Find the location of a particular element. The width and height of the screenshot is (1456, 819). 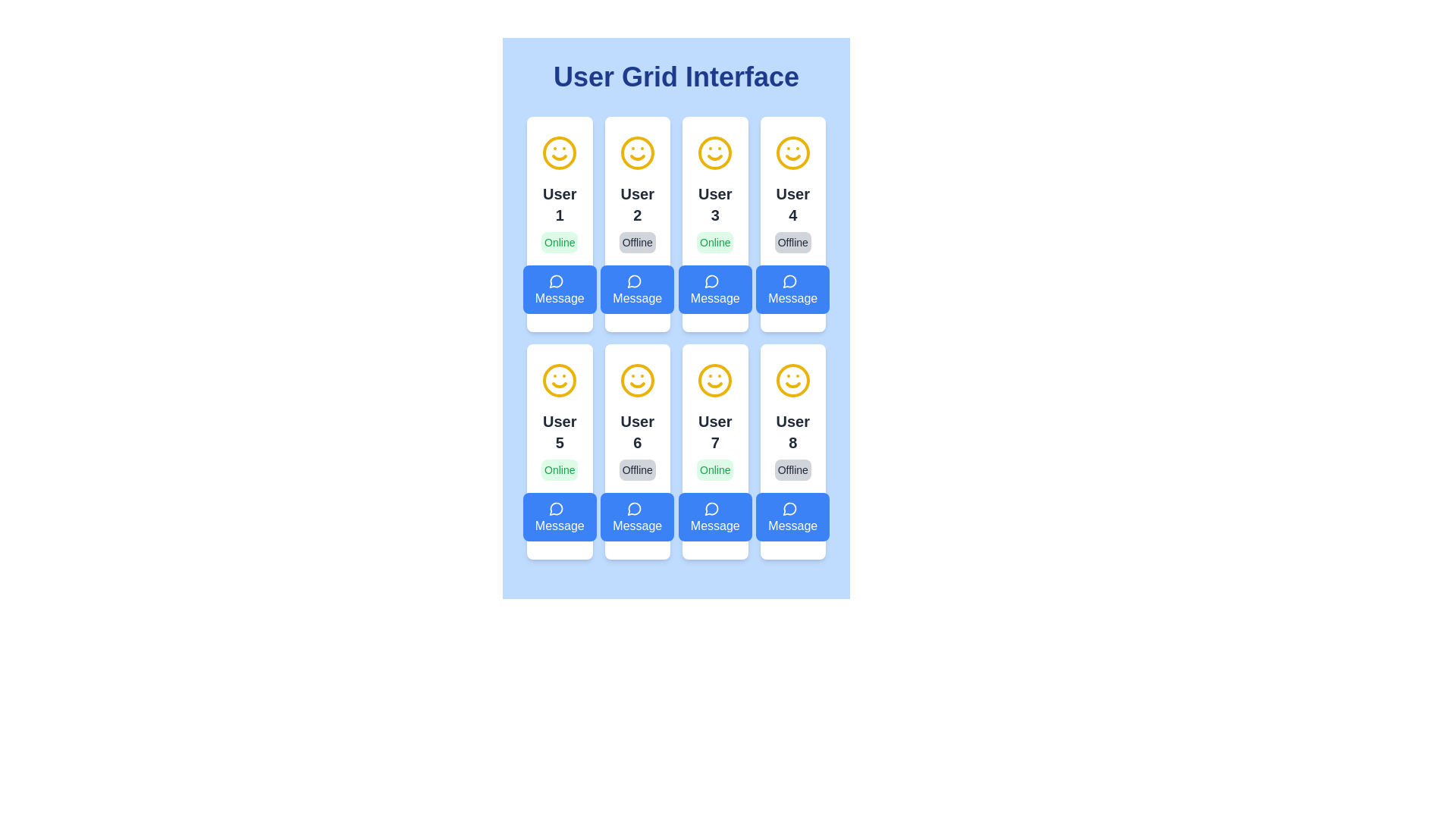

the circular yellow-outlined component of the smiling emoji icon representing 'User 5' in the user grid interface is located at coordinates (559, 379).